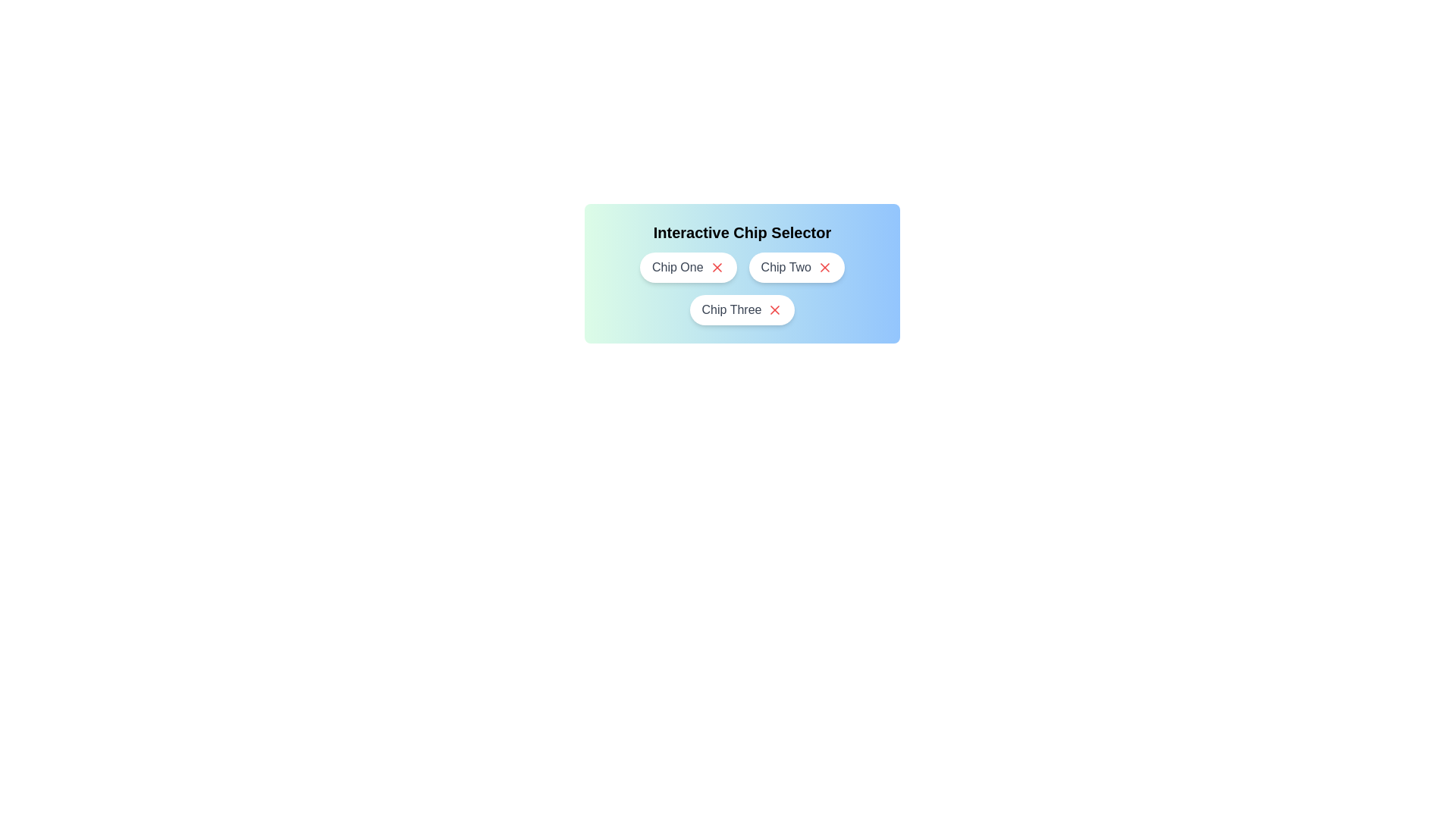 The height and width of the screenshot is (819, 1456). I want to click on close button of the chip labeled Chip Three to remove it, so click(775, 309).